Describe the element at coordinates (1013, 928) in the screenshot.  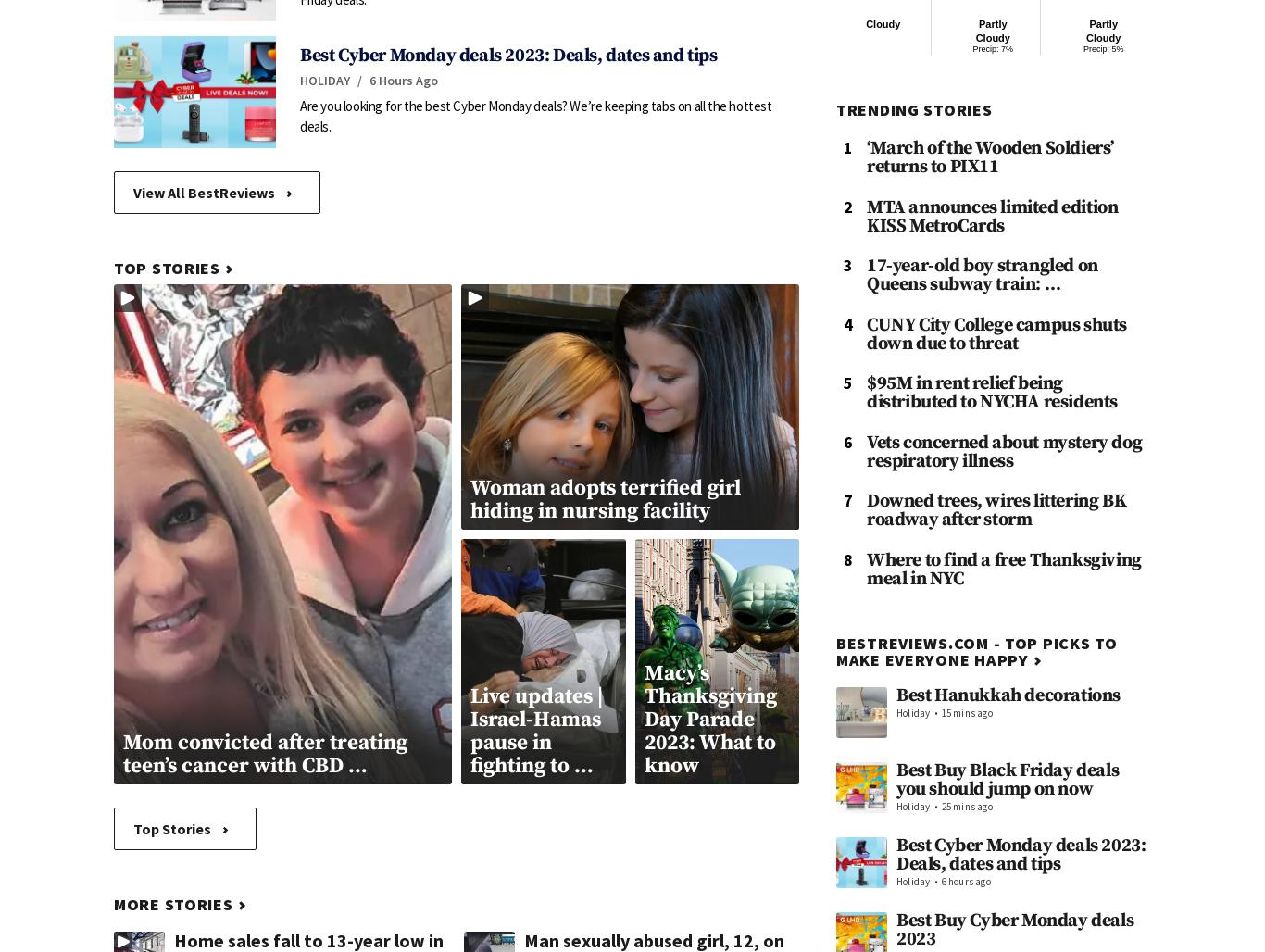
I see `'Best Buy Cyber Monday deals 2023'` at that location.